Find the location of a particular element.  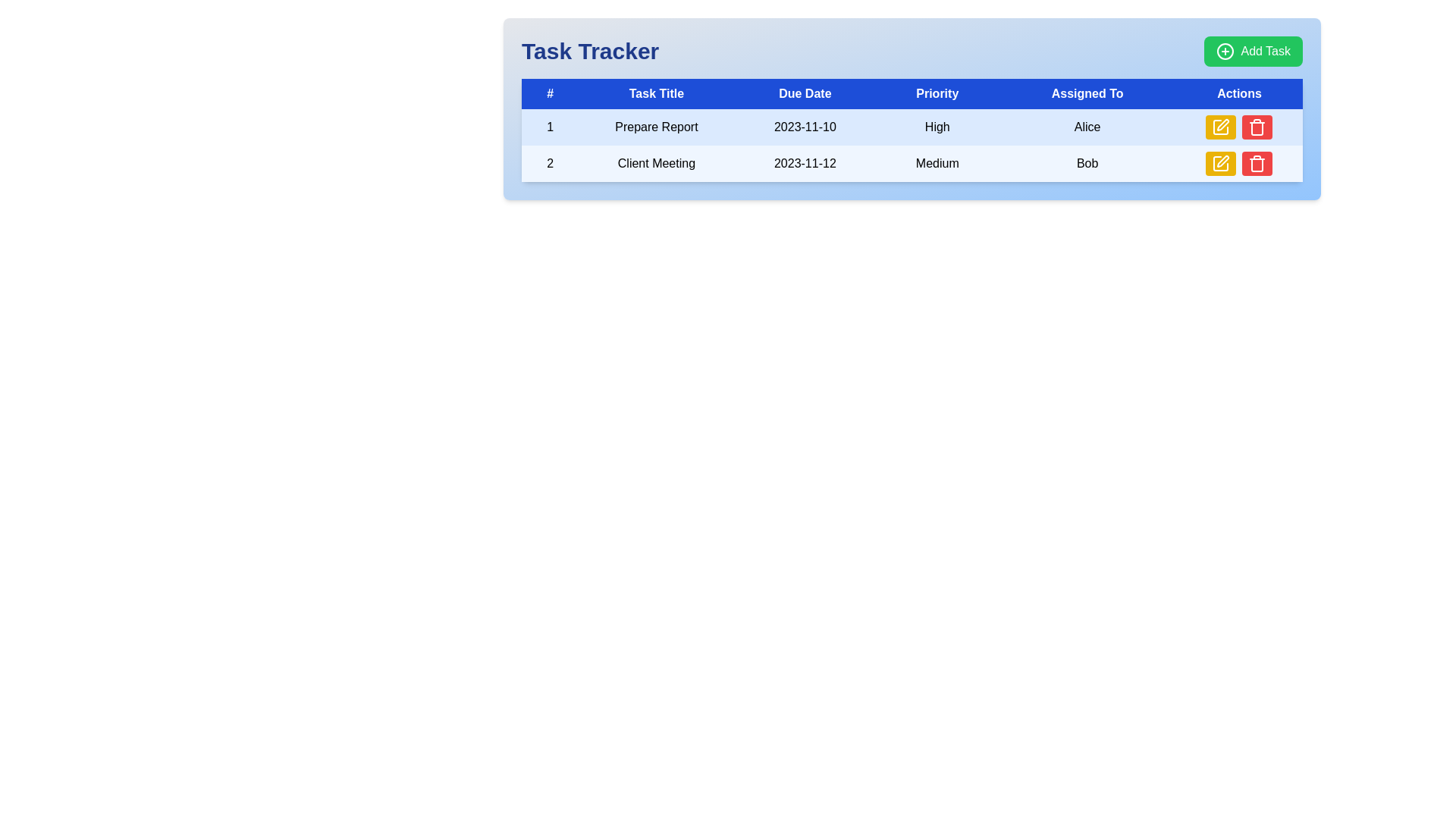

the delete button with an icon located on the far right of the 'Actions' column for the task titled 'Client Meeting' is located at coordinates (1257, 164).